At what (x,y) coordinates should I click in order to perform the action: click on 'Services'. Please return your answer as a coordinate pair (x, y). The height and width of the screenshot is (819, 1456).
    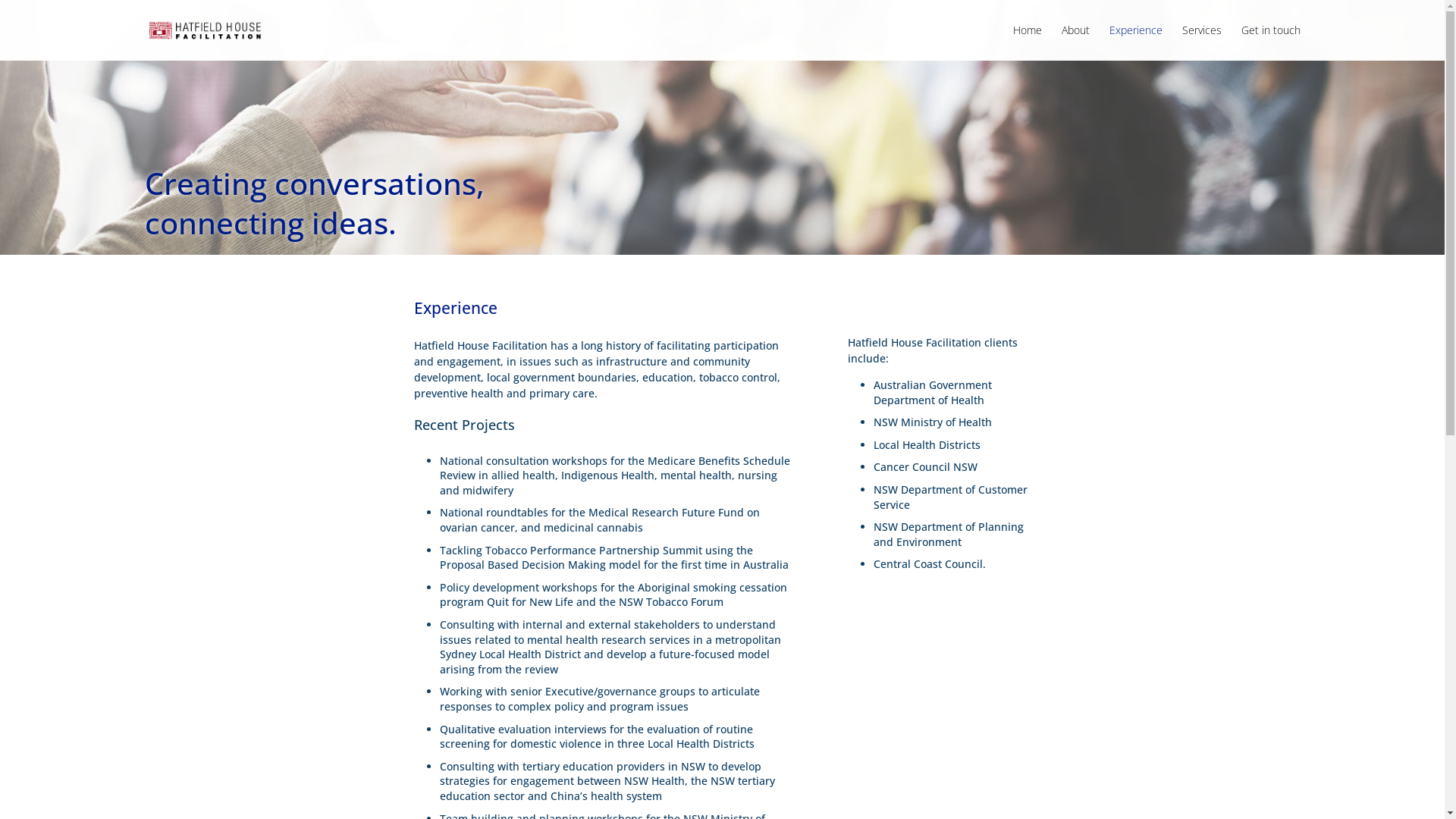
    Looking at the image, I should click on (1200, 42).